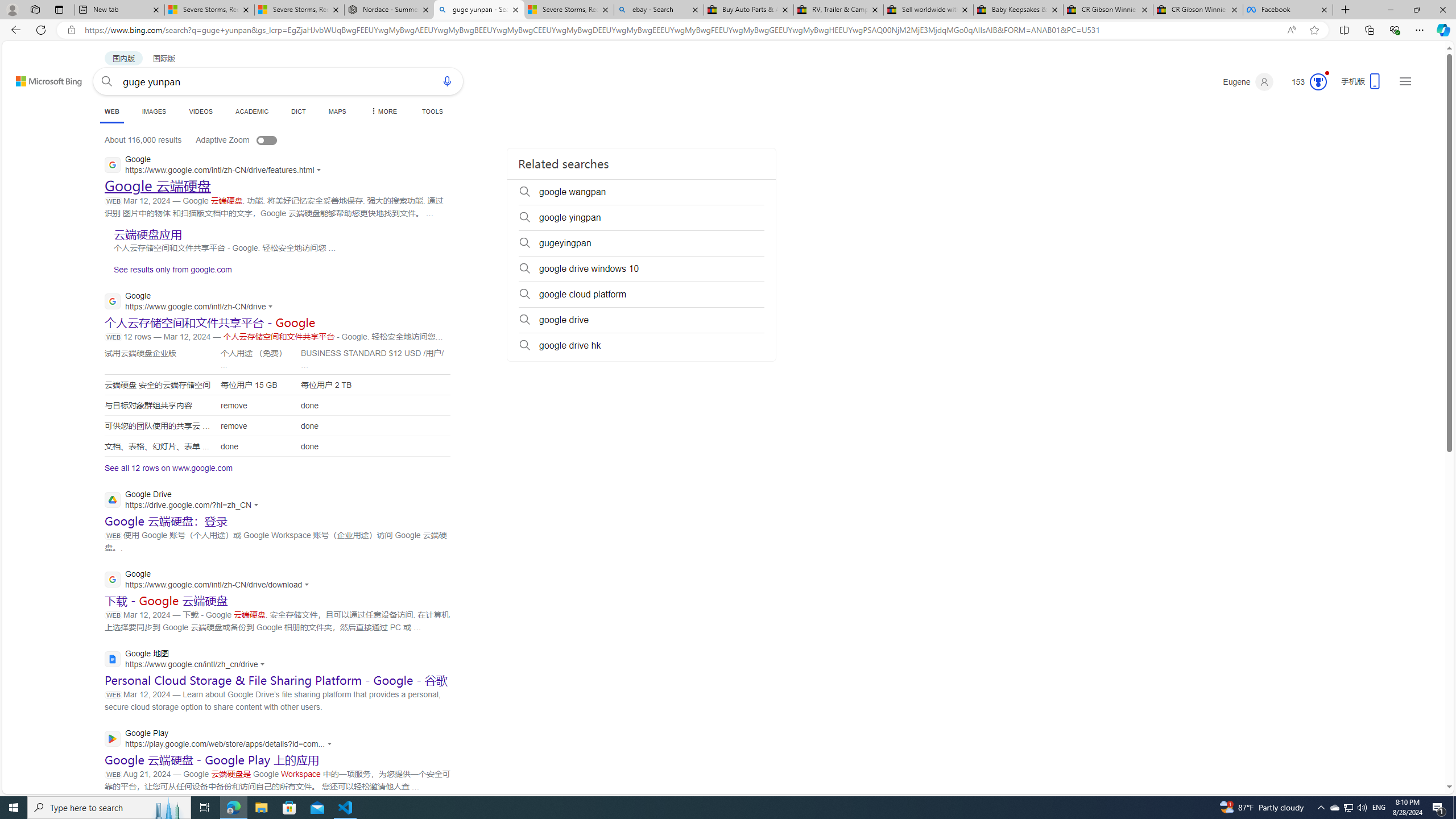 The height and width of the screenshot is (819, 1456). Describe the element at coordinates (1368, 29) in the screenshot. I see `'Collections'` at that location.